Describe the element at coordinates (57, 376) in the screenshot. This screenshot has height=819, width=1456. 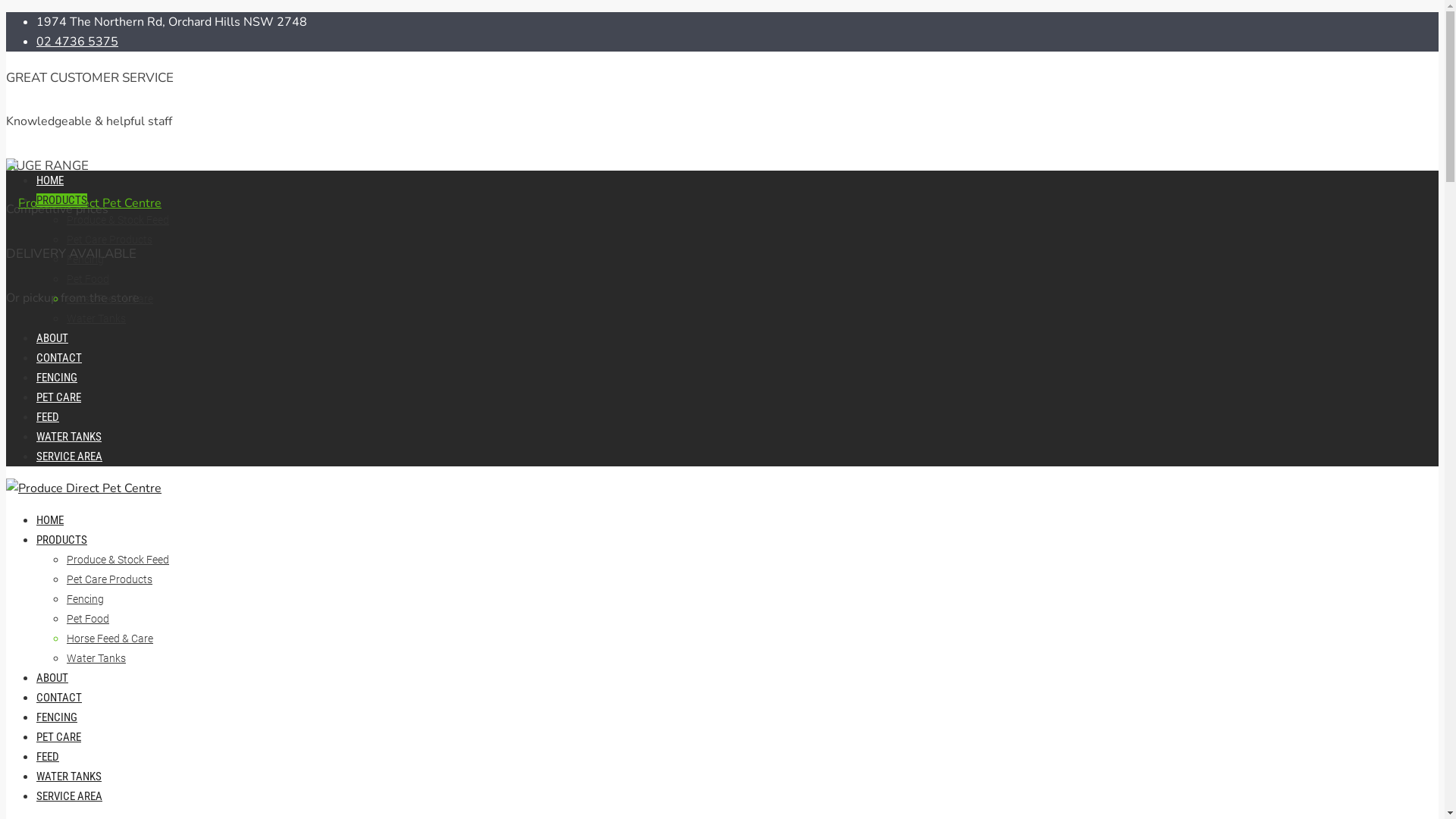
I see `'FENCING'` at that location.